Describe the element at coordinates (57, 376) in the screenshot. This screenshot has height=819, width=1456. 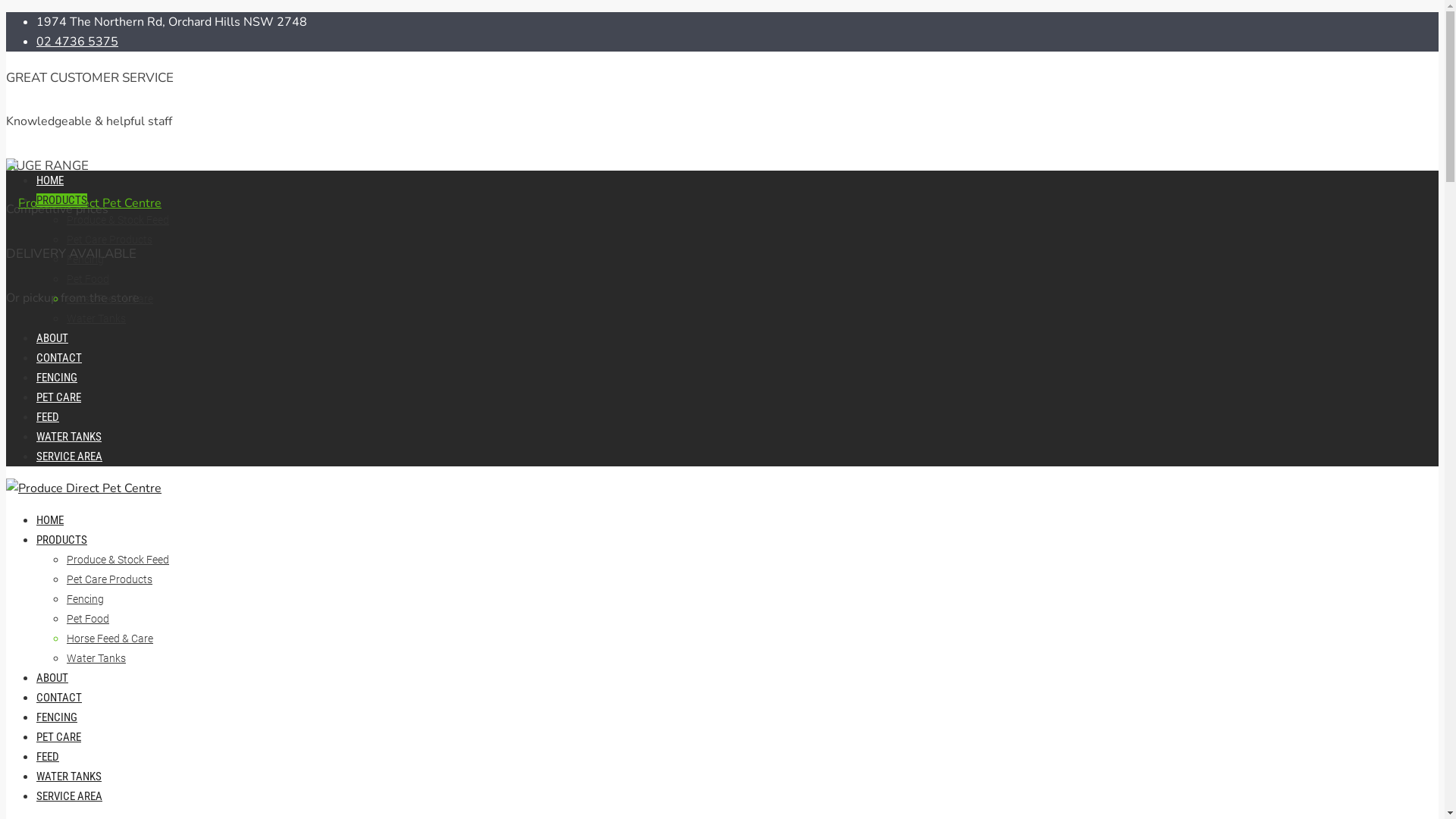
I see `'FENCING'` at that location.